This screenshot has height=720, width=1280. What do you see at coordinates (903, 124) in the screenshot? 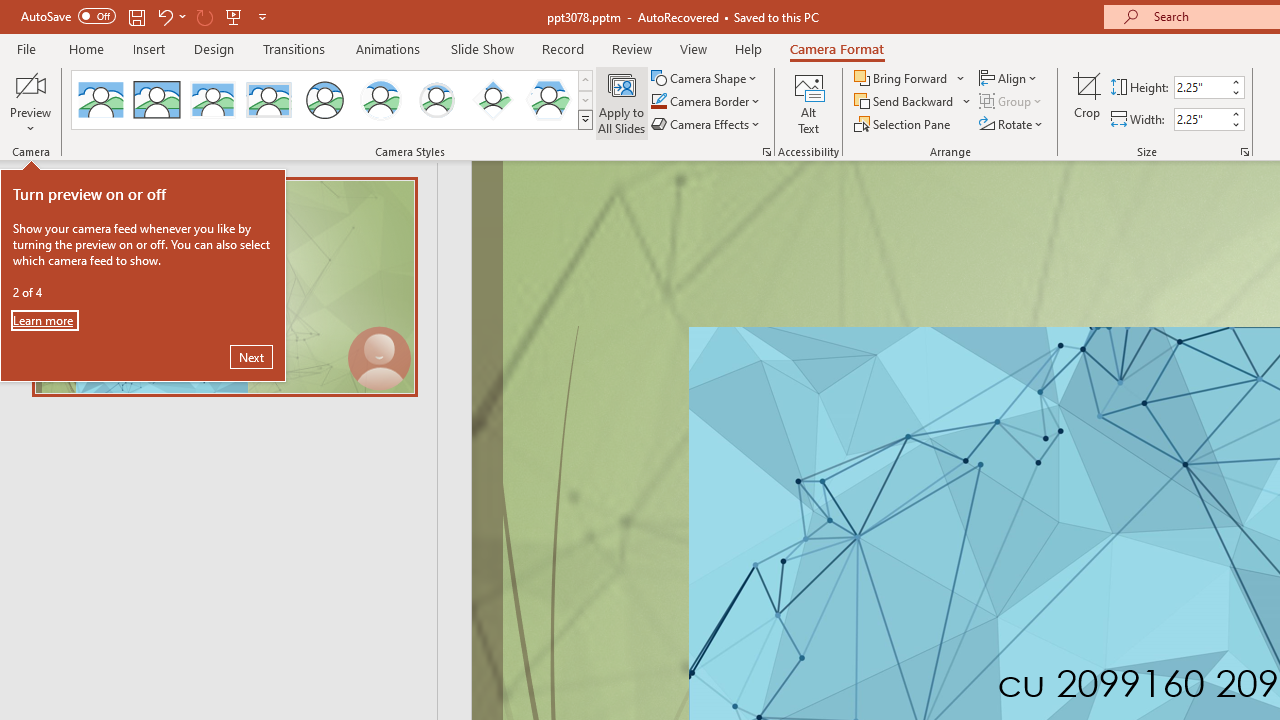
I see `'Selection Pane...'` at bounding box center [903, 124].